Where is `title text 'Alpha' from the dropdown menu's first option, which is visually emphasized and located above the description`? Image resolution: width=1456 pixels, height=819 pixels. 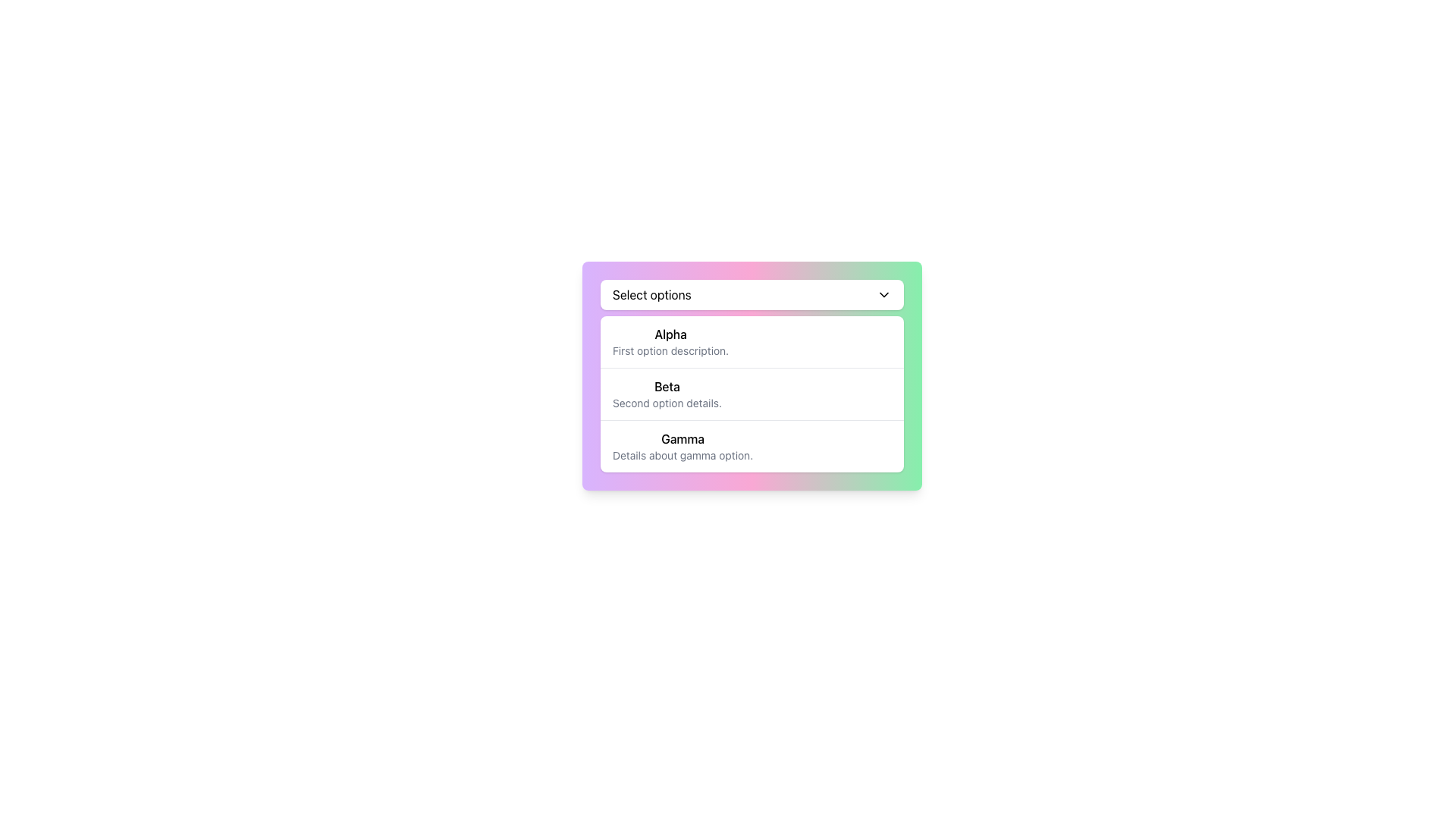
title text 'Alpha' from the dropdown menu's first option, which is visually emphasized and located above the description is located at coordinates (670, 333).